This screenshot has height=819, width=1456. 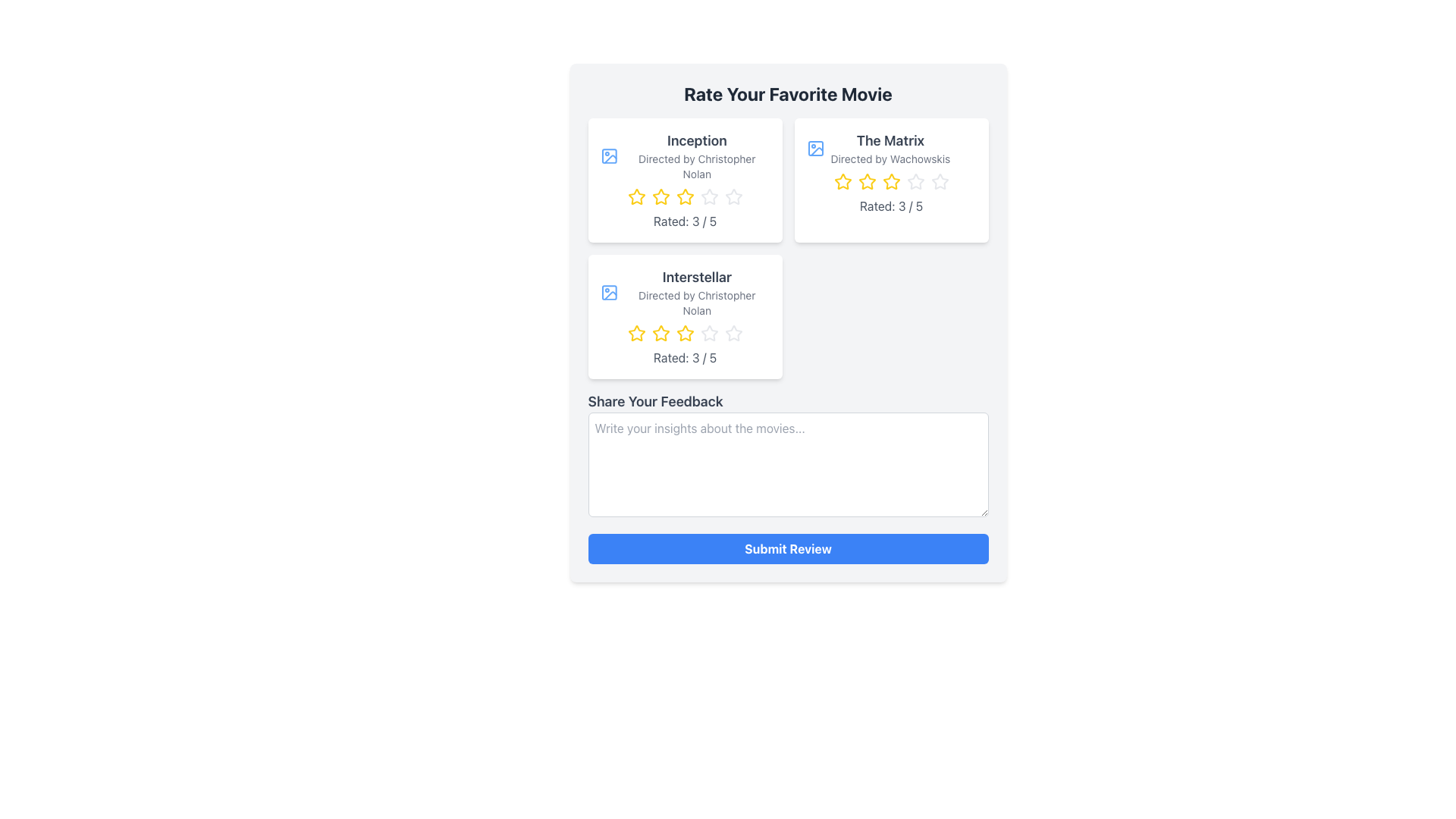 I want to click on the second yellow star in the rating system for the movie 'Inception' to rate it, so click(x=661, y=196).